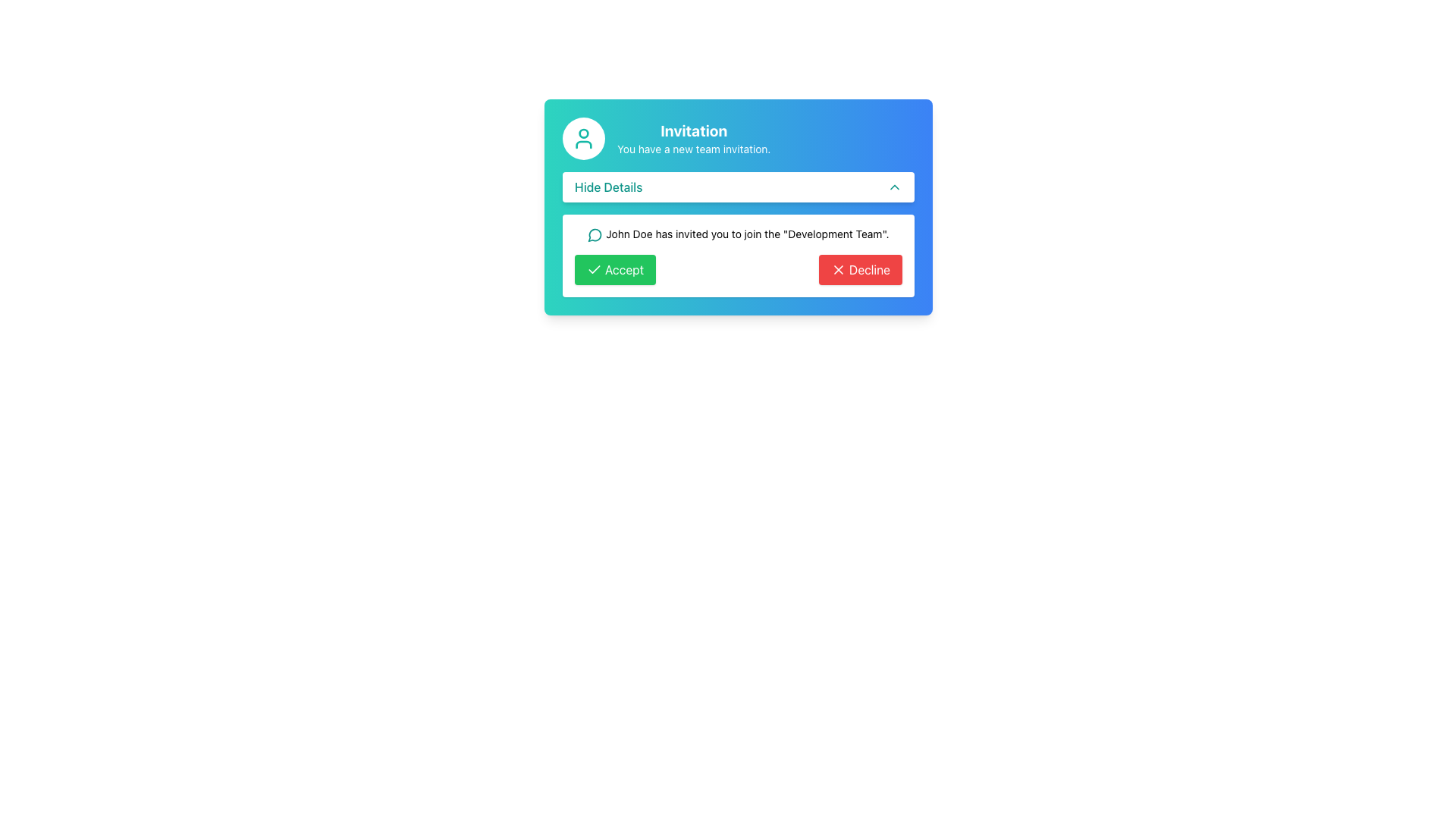 This screenshot has height=819, width=1456. Describe the element at coordinates (595, 235) in the screenshot. I see `the teal-colored circular icon with a speech bubble shape, located before the text 'John Doe has invited you to join the "Development Team"'` at that location.